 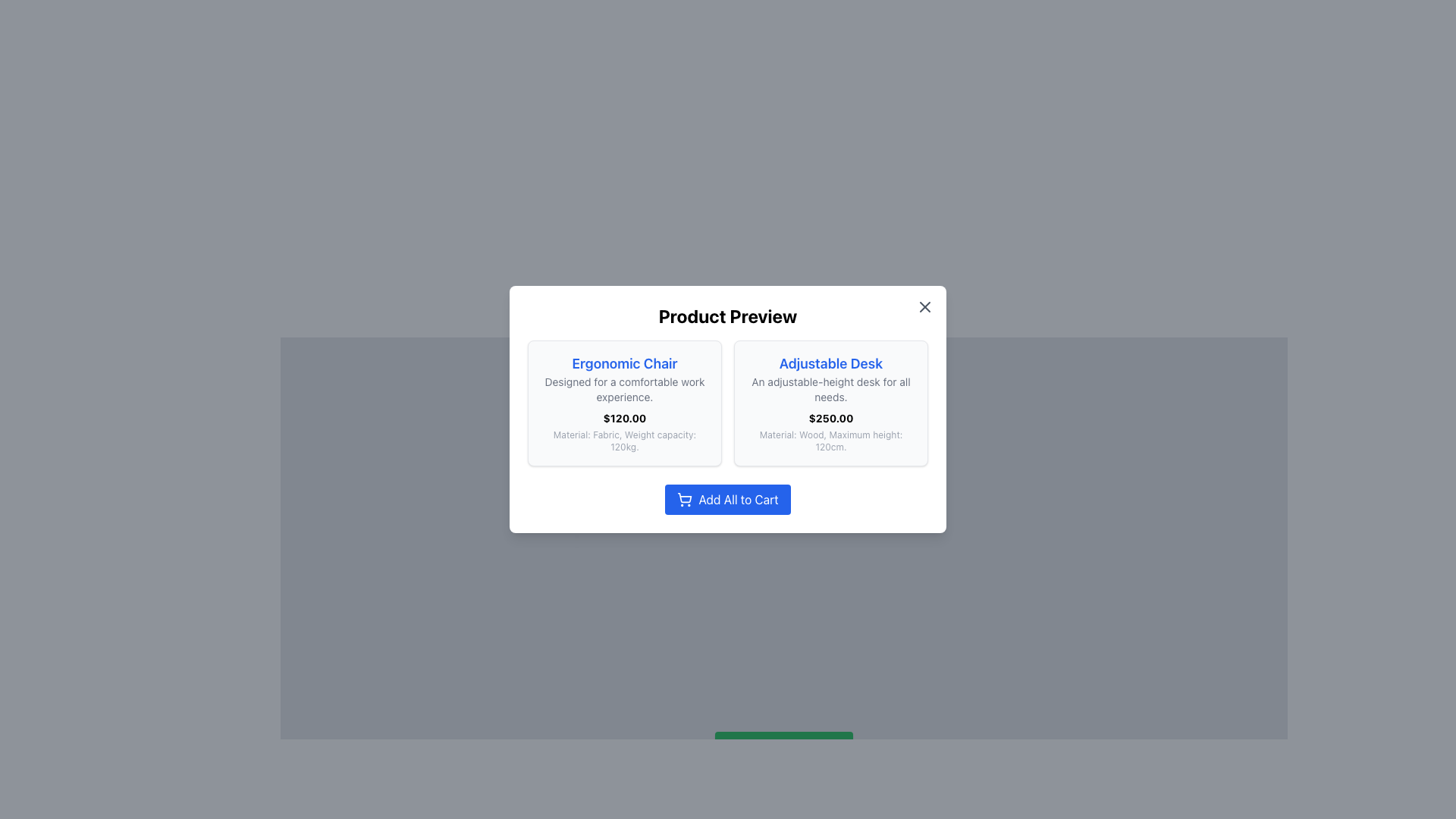 I want to click on the price text label displaying the price of the 'Adjustable Desk' product, located at the bottom-center of the right card in the 'Product Preview' modal, so click(x=830, y=418).